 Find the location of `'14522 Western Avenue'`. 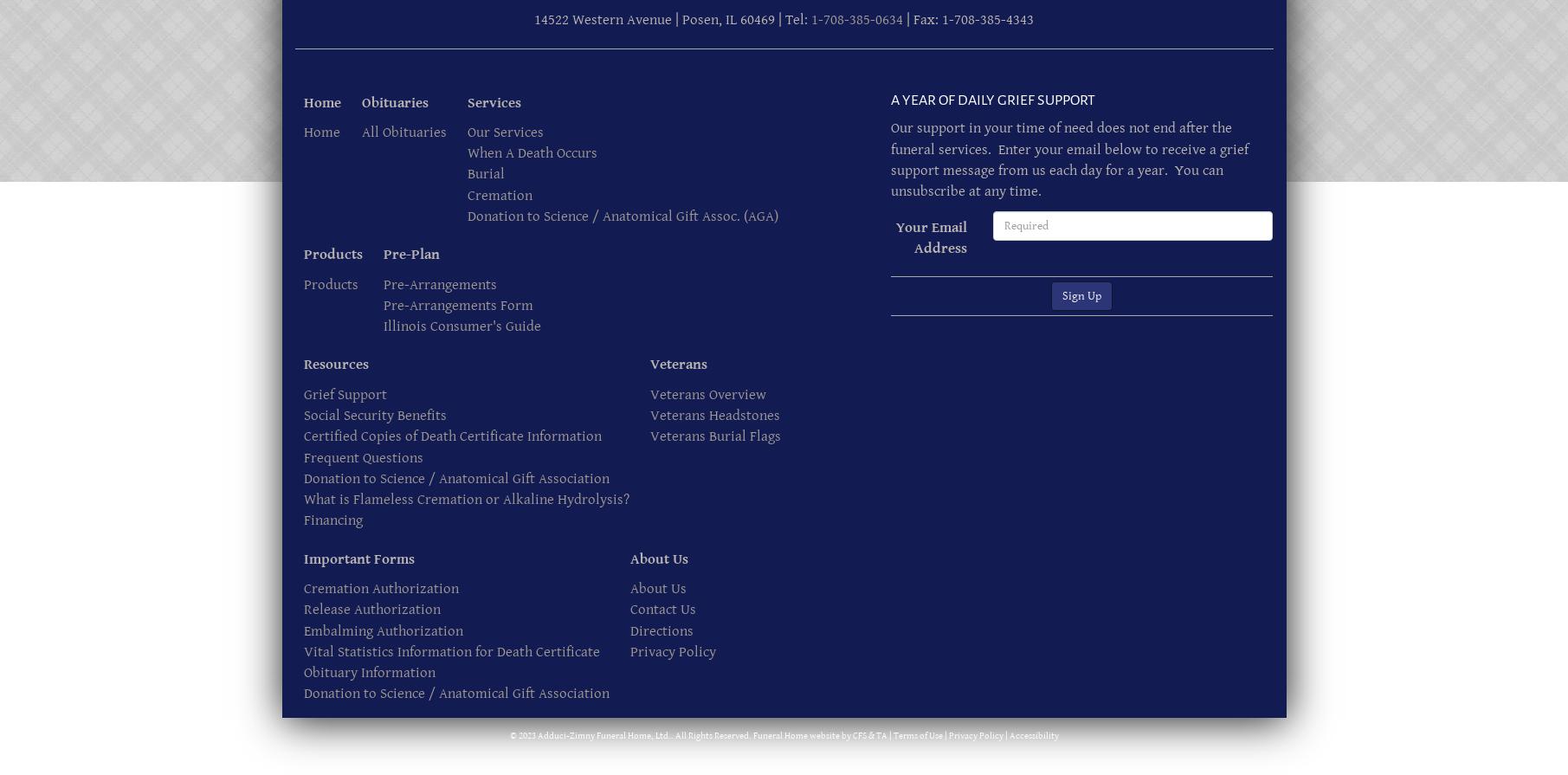

'14522 Western Avenue' is located at coordinates (603, 20).